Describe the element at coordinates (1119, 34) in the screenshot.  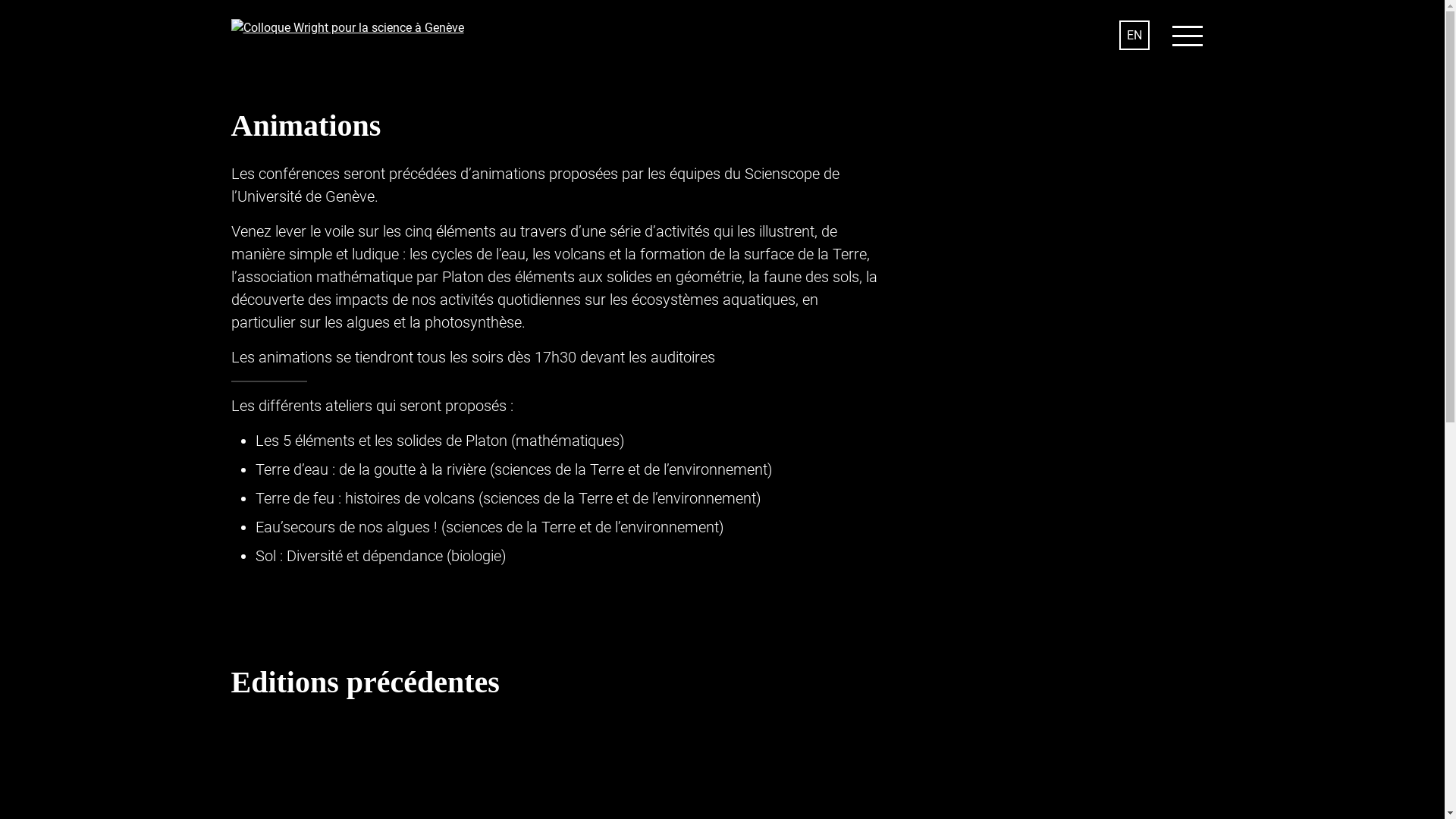
I see `'EN'` at that location.